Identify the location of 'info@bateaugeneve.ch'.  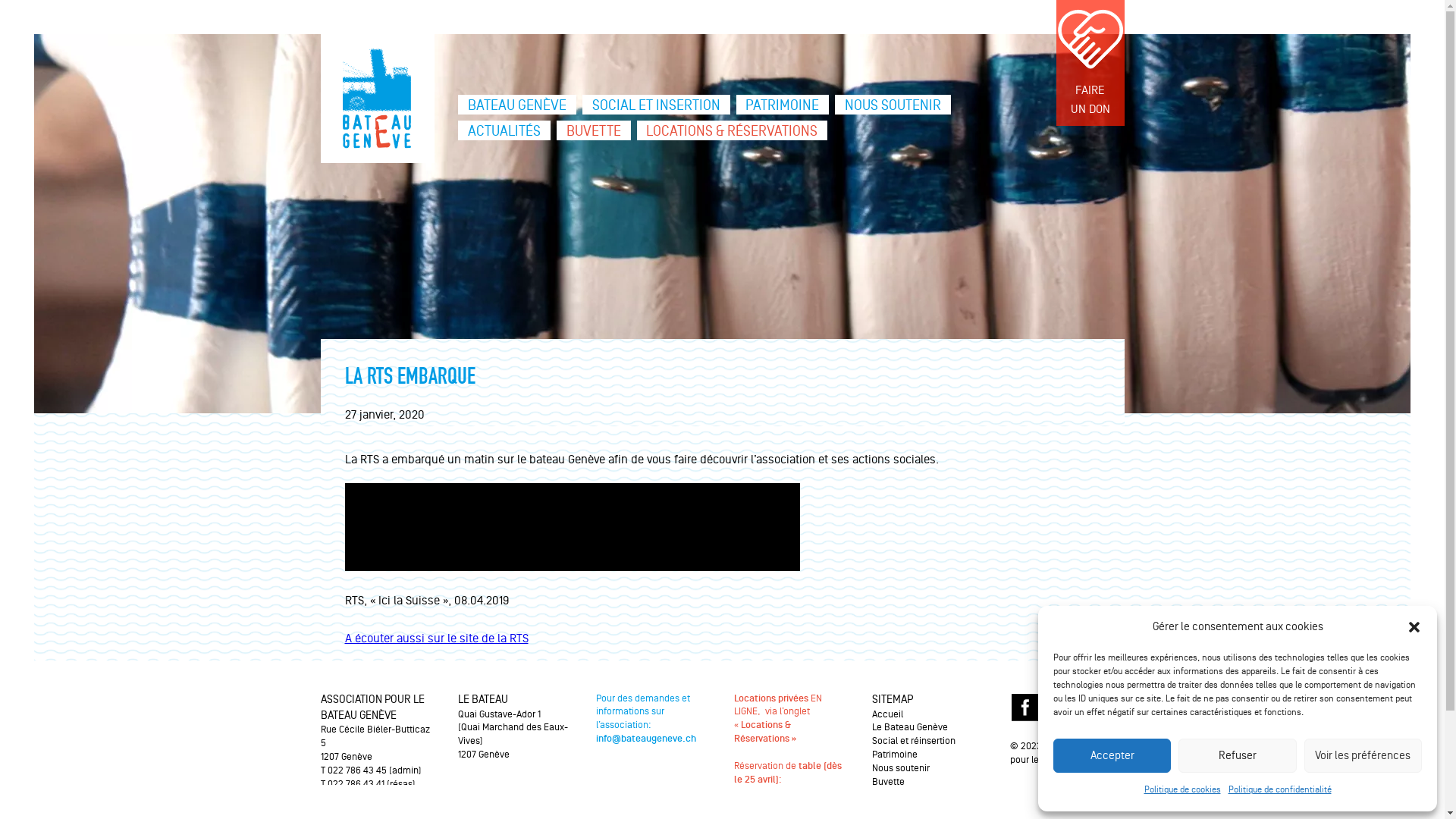
(645, 738).